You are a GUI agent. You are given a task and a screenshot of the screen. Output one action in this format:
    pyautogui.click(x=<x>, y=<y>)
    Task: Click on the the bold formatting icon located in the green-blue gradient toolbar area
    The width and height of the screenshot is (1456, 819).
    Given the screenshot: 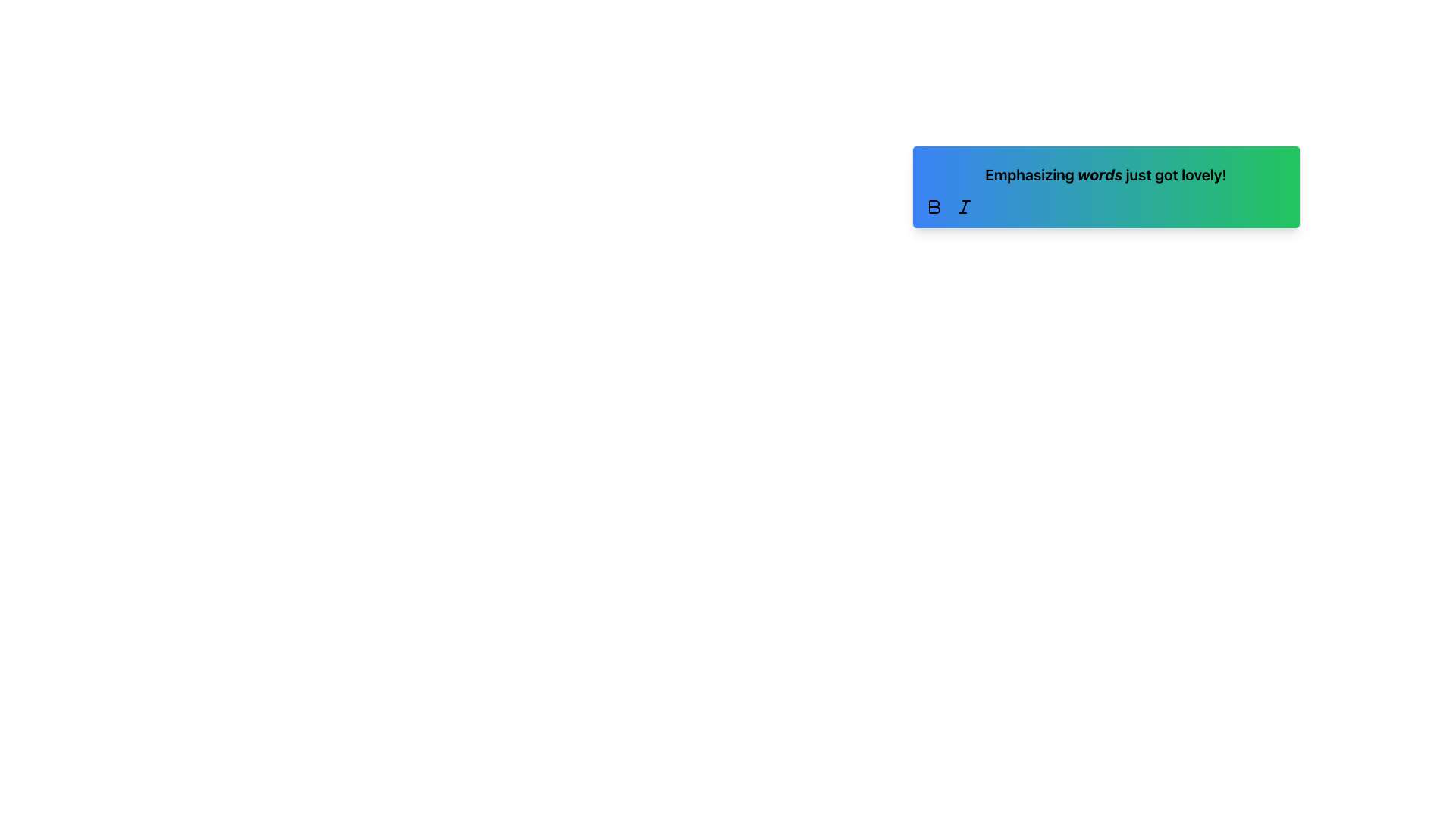 What is the action you would take?
    pyautogui.click(x=934, y=207)
    